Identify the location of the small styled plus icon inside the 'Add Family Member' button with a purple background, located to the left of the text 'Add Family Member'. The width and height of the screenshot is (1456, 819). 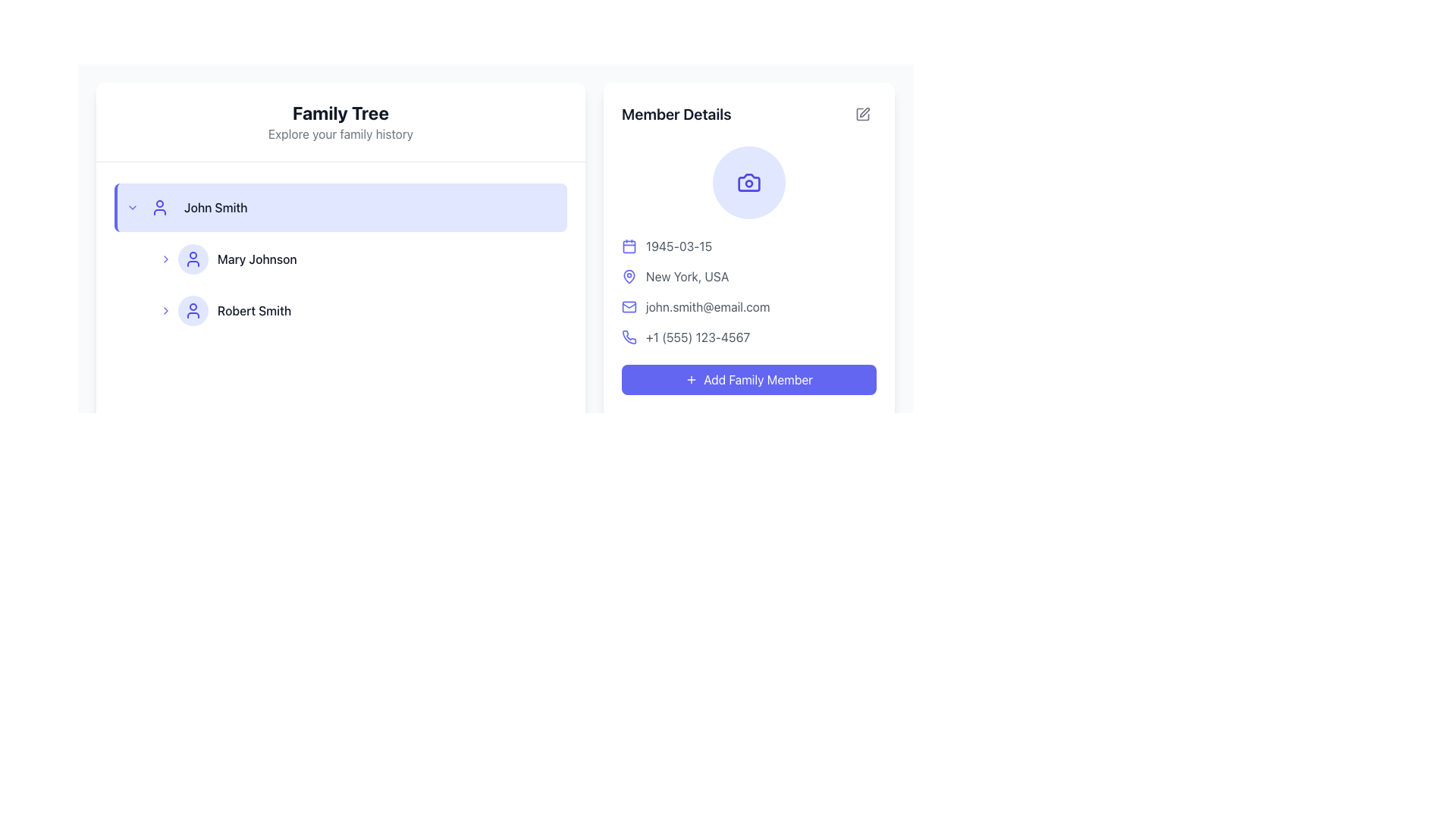
(691, 379).